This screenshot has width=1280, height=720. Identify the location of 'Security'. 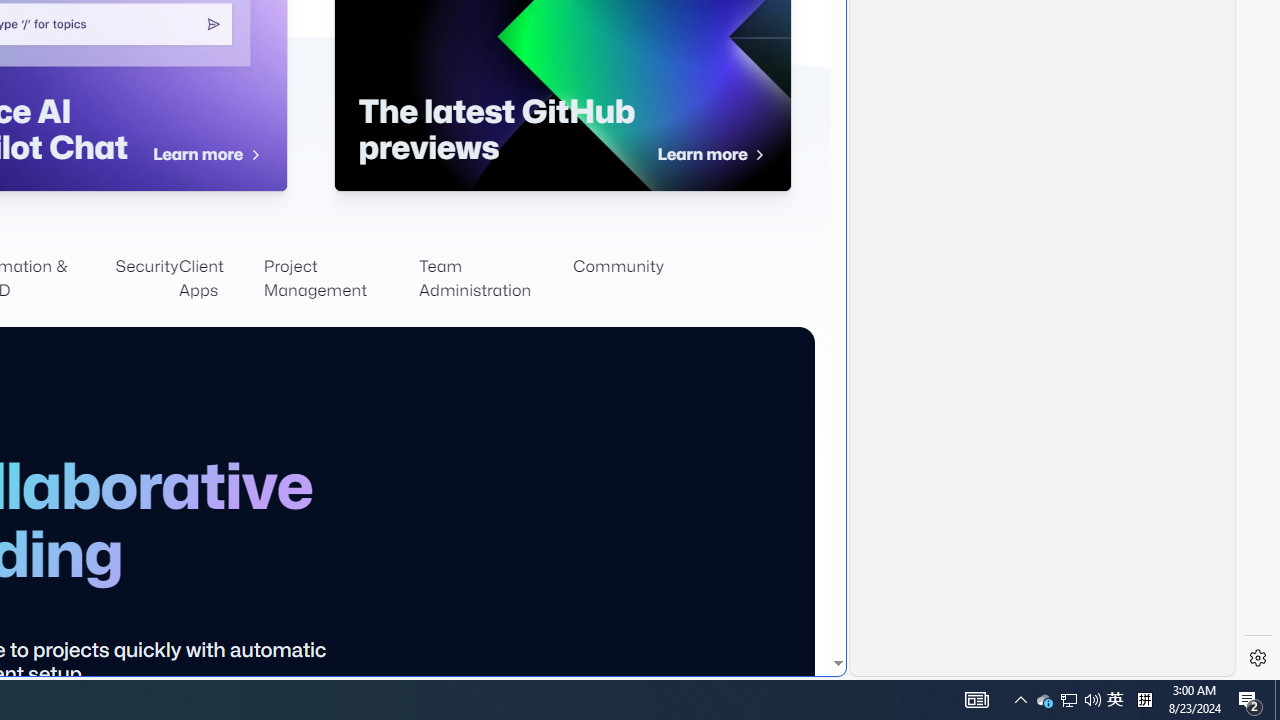
(146, 279).